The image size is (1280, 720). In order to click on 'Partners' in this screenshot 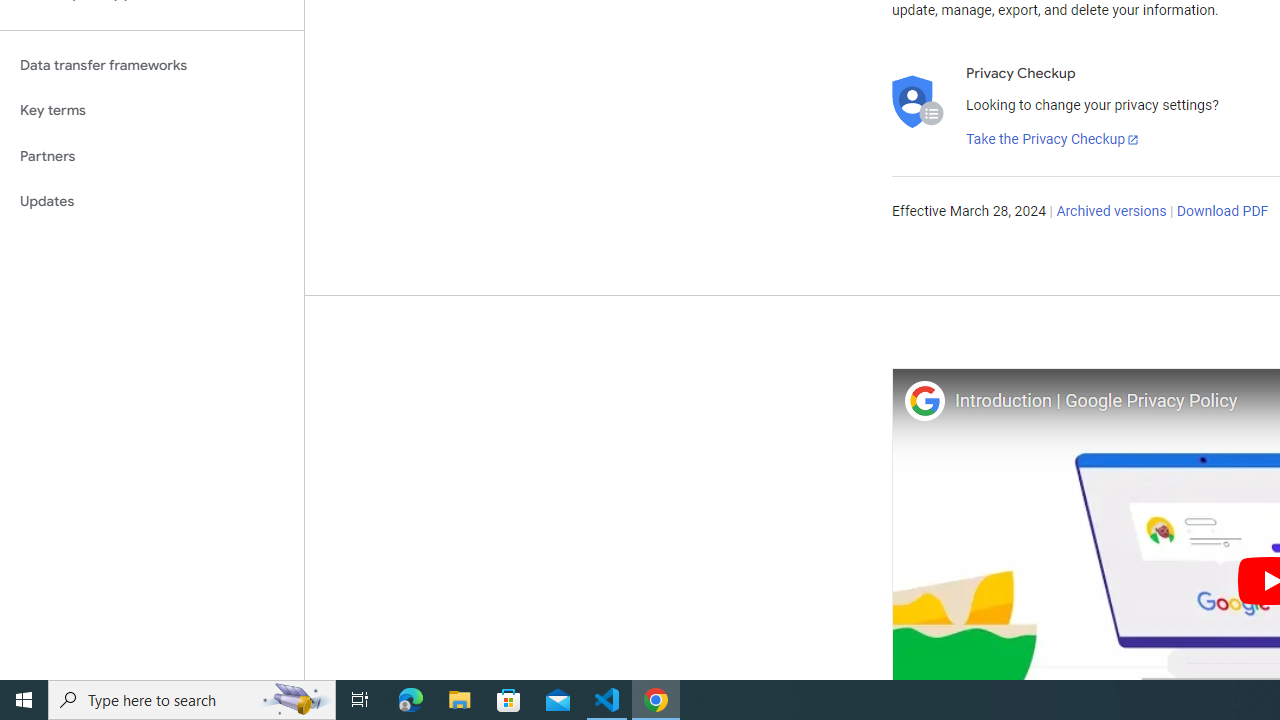, I will do `click(151, 155)`.